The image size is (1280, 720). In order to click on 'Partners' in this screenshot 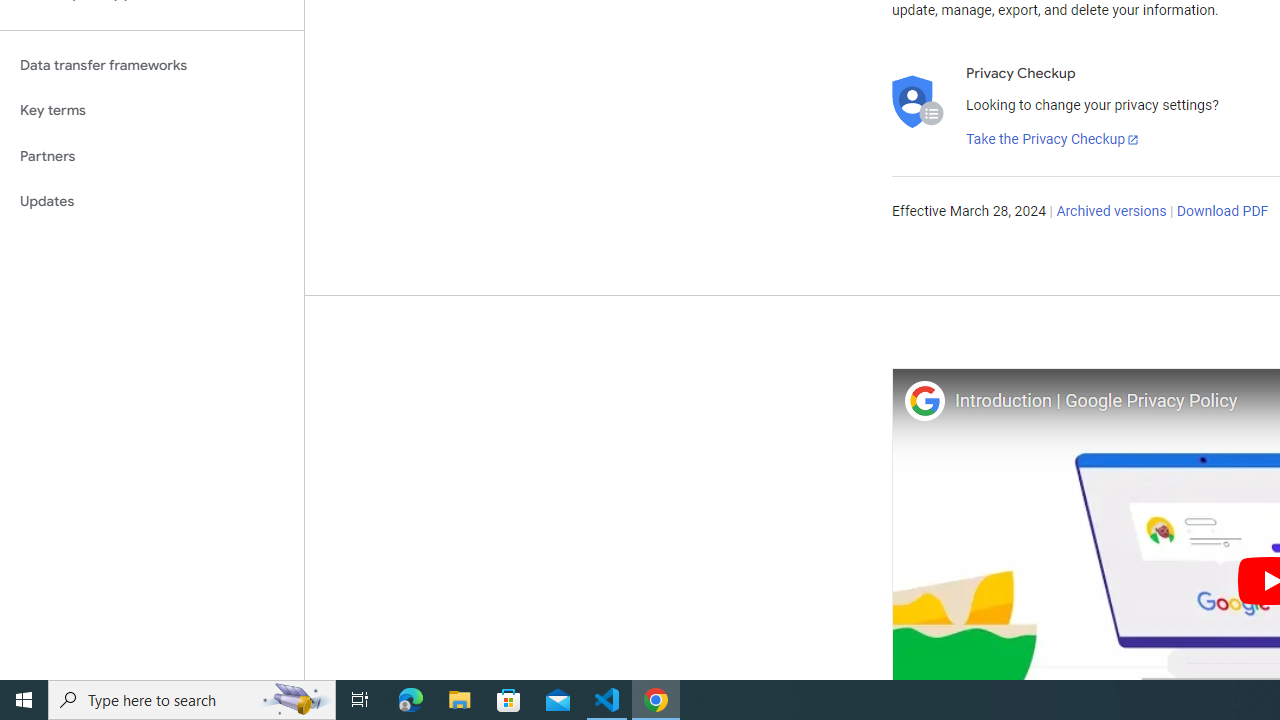, I will do `click(151, 155)`.